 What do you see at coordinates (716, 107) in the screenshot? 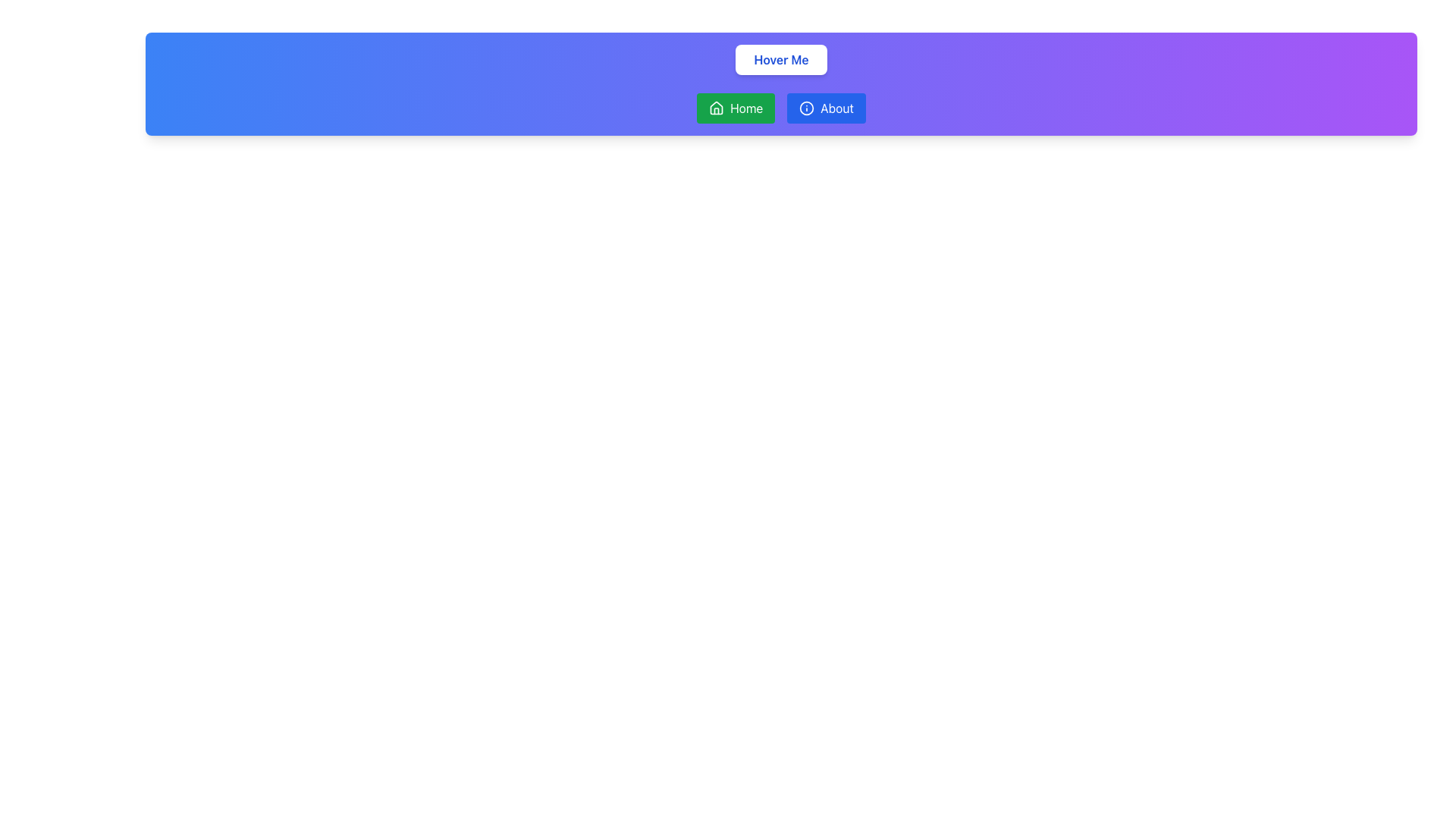
I see `the 'Home' button which contains the house icon on a green background` at bounding box center [716, 107].